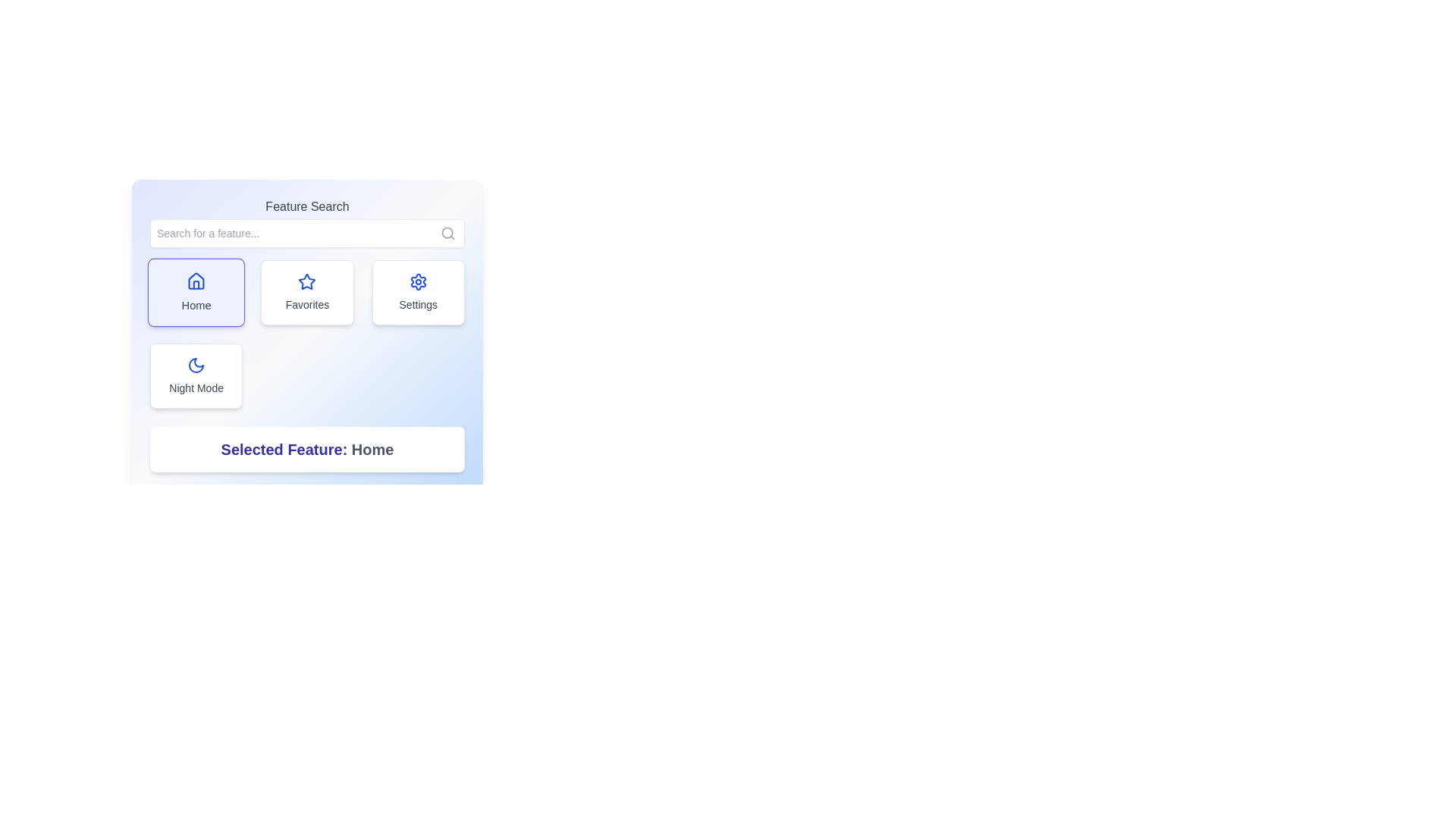  What do you see at coordinates (306, 304) in the screenshot?
I see `'Favorites' text label located below the star icon in the 'Favorites' card to understand its indication` at bounding box center [306, 304].